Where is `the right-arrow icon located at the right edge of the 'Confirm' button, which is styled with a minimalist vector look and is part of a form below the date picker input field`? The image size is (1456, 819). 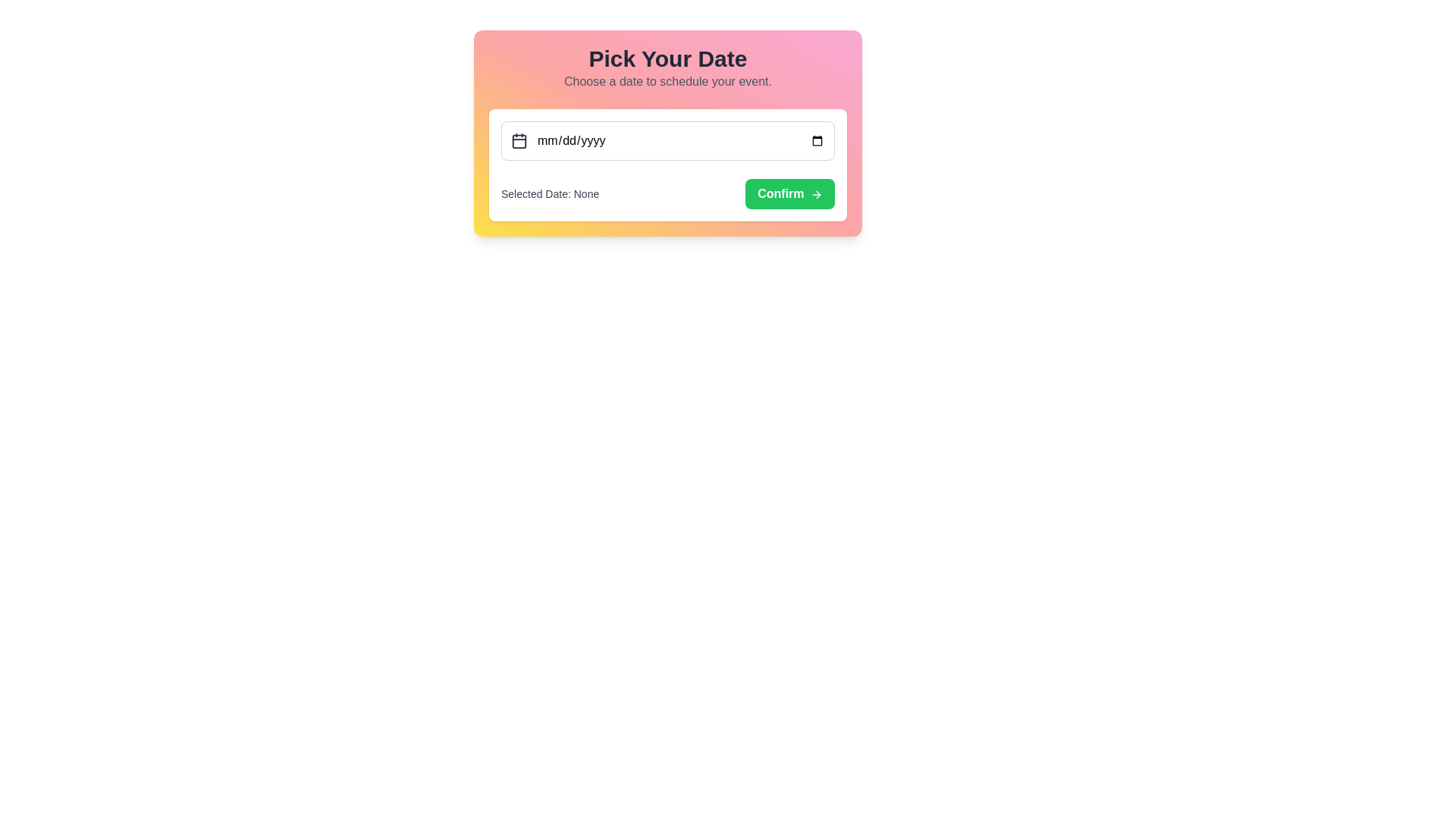 the right-arrow icon located at the right edge of the 'Confirm' button, which is styled with a minimalist vector look and is part of a form below the date picker input field is located at coordinates (815, 193).